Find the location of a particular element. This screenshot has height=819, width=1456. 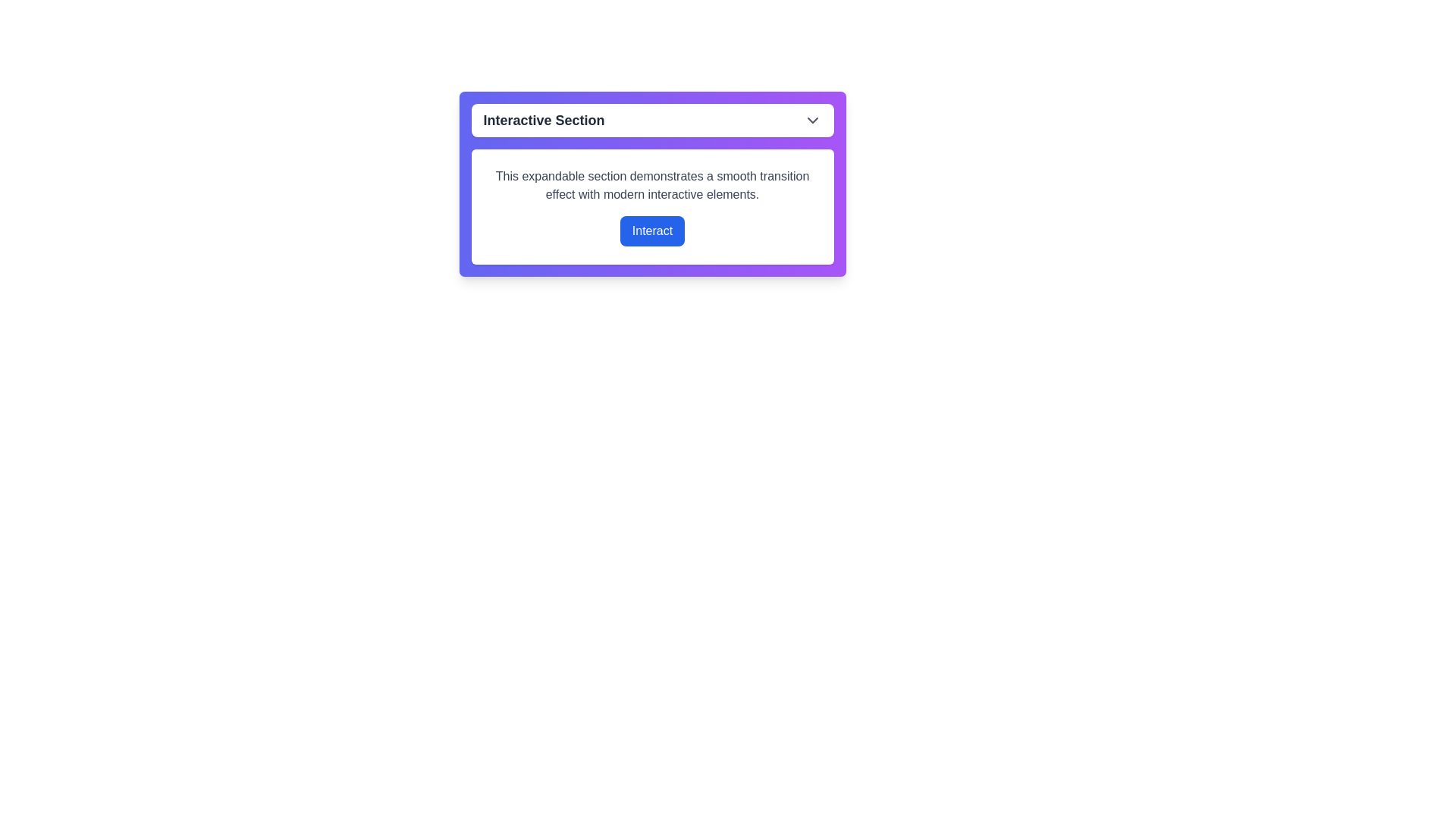

the SVG icon resembling a downward-pointing chevron arrow, located to the right of the 'Interactive Section' text is located at coordinates (811, 119).